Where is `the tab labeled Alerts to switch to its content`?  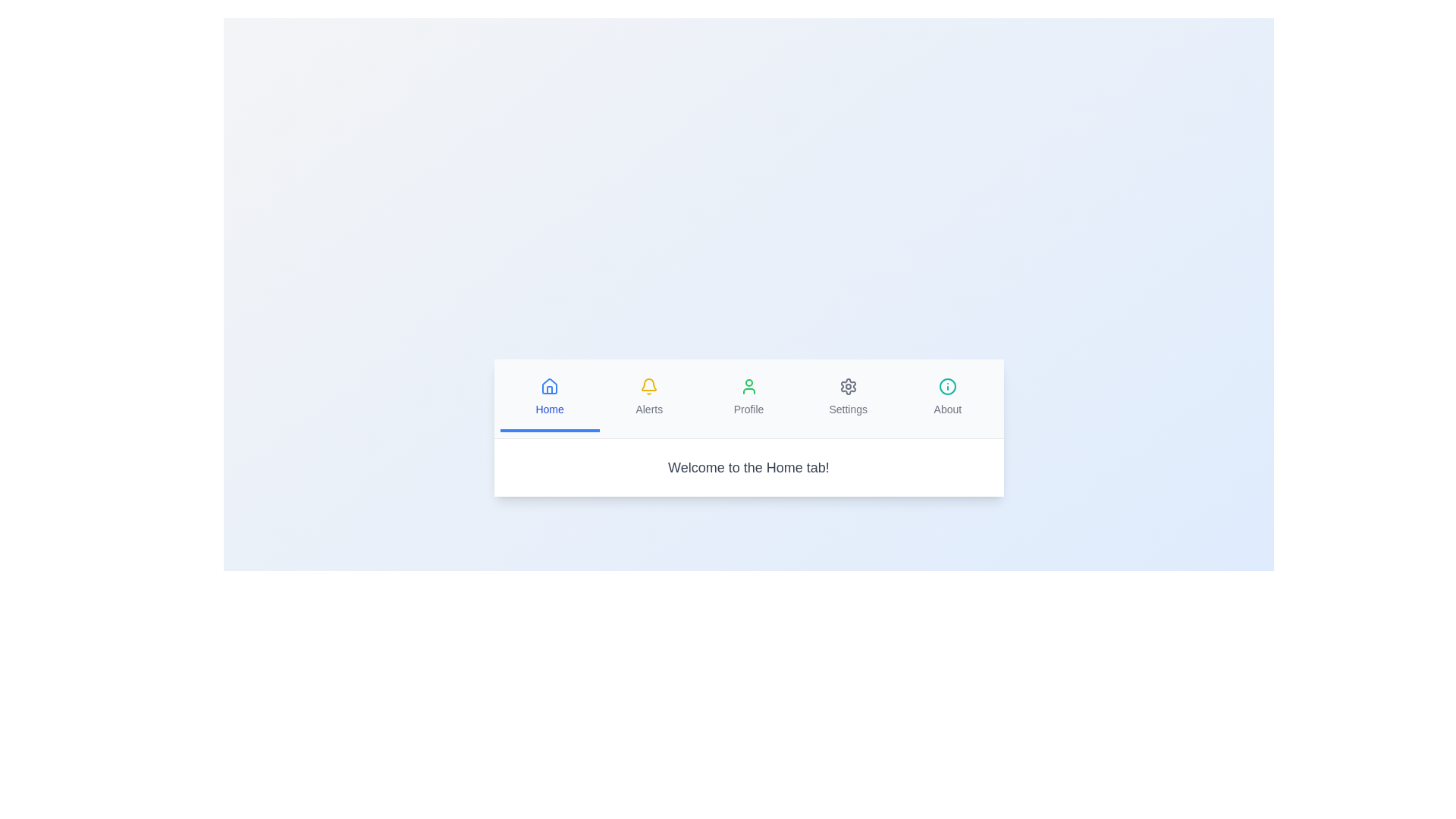 the tab labeled Alerts to switch to its content is located at coordinates (648, 397).